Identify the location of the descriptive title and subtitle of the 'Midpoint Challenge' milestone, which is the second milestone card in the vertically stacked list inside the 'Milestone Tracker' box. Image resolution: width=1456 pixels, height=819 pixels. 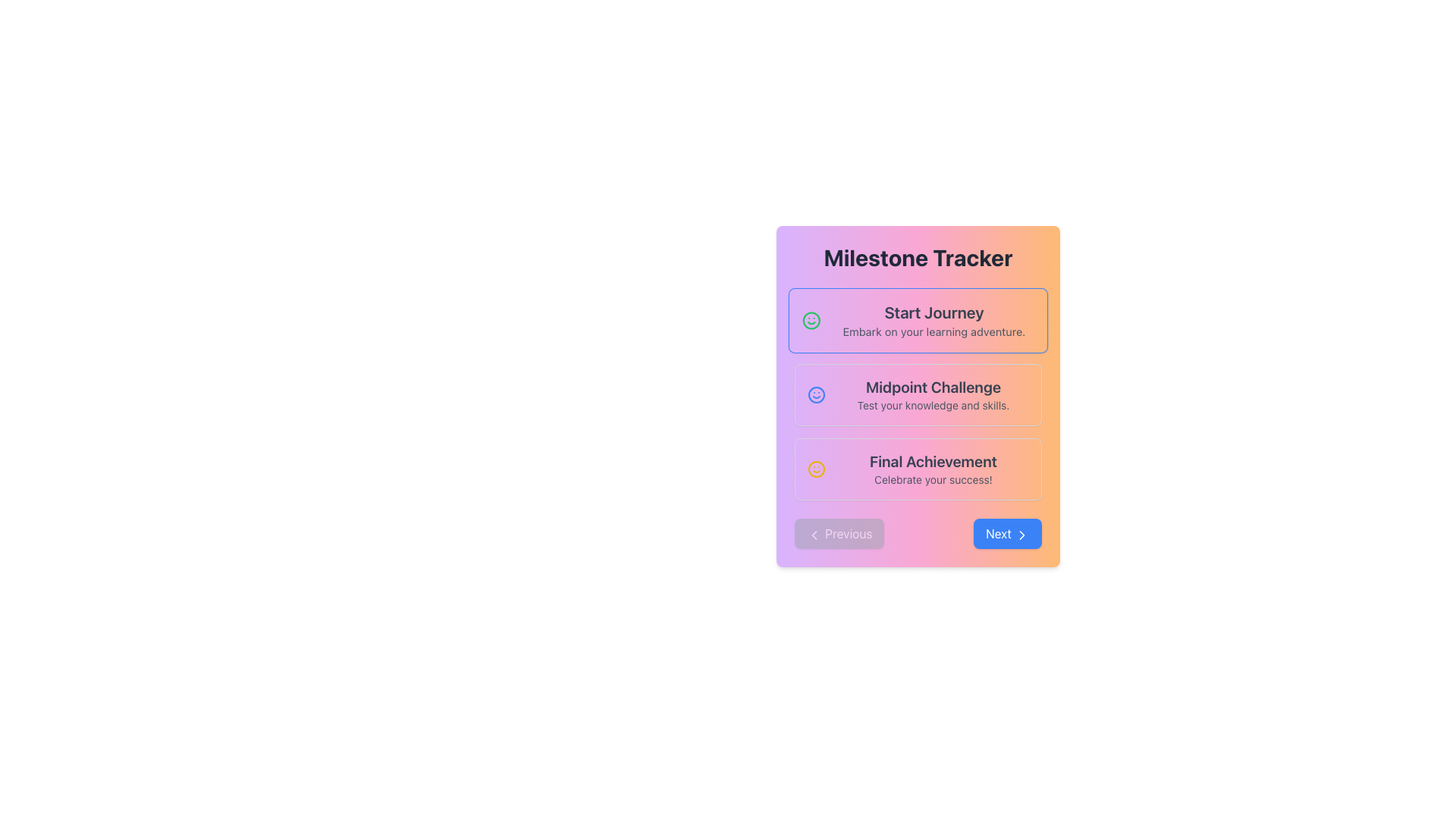
(932, 394).